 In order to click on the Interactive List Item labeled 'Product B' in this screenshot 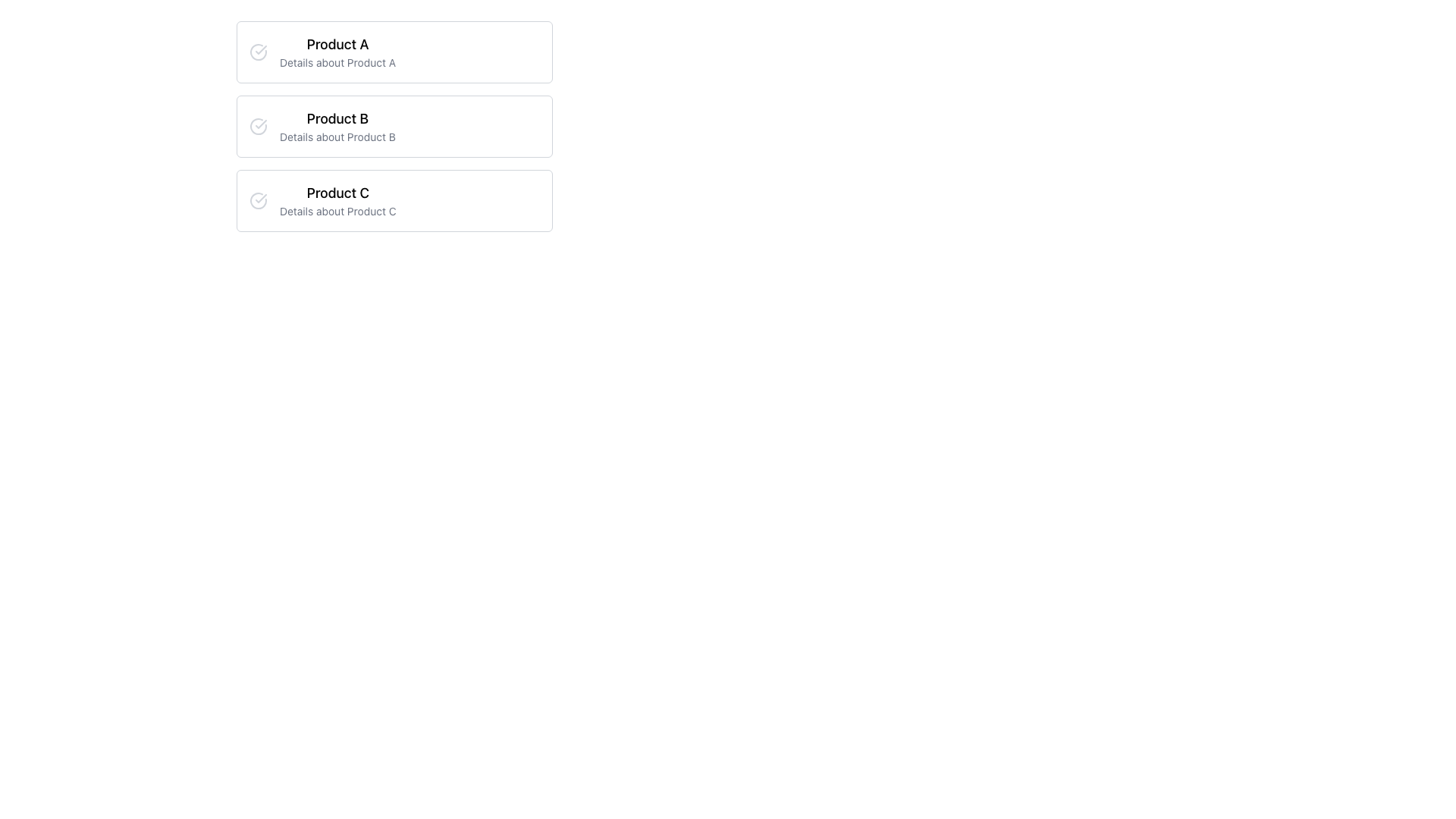, I will do `click(394, 125)`.